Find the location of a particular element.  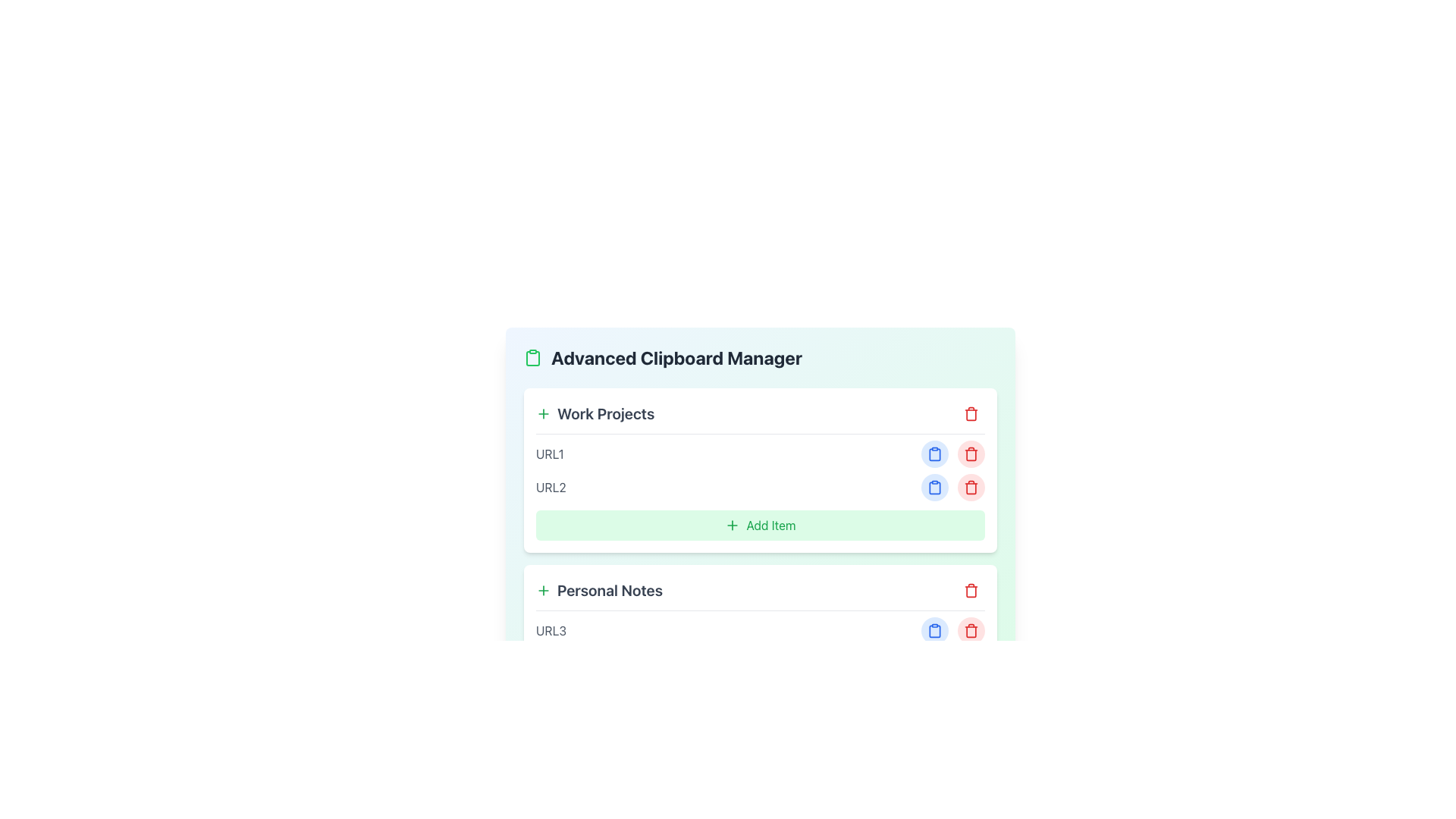

the 'Personal Notes' text label, which is styled prominently in gray and includes a green plus icon to its left, located below 'Work Projects' in the lower section of the card interface is located at coordinates (598, 590).